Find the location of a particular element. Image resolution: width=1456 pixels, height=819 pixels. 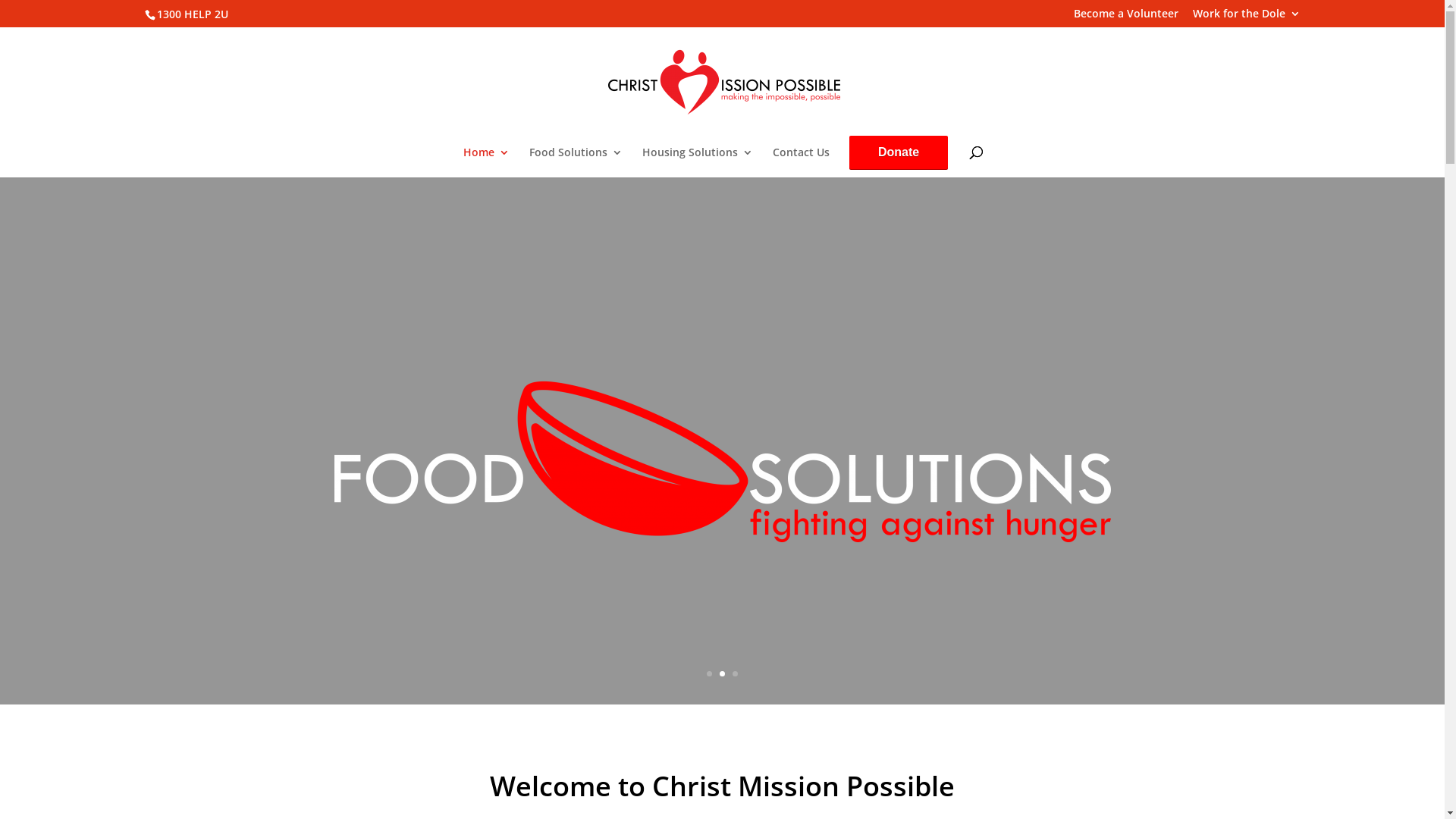

'3' is located at coordinates (732, 673).